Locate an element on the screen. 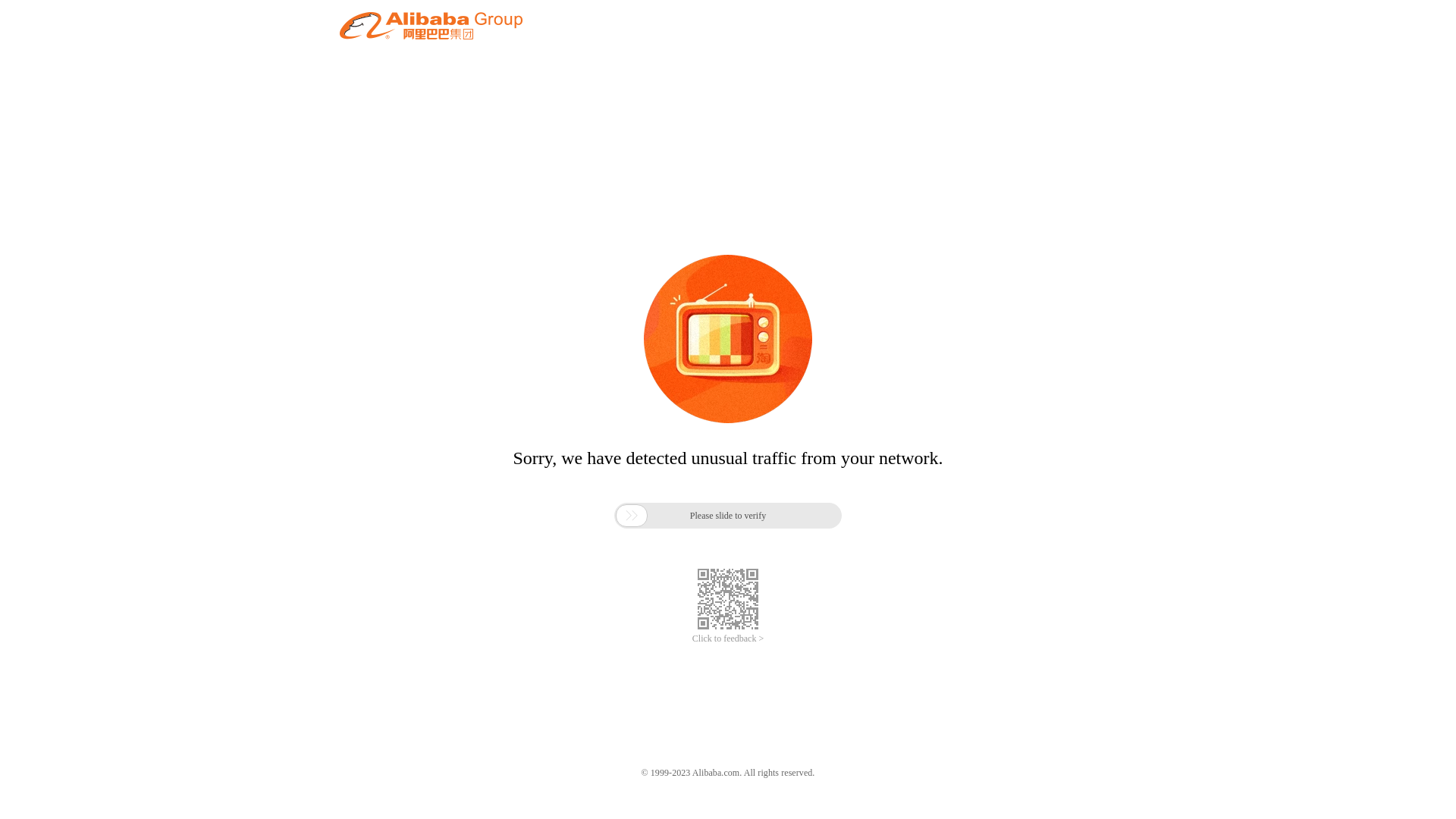 This screenshot has width=1456, height=819. 'Click to feedback >' is located at coordinates (728, 639).